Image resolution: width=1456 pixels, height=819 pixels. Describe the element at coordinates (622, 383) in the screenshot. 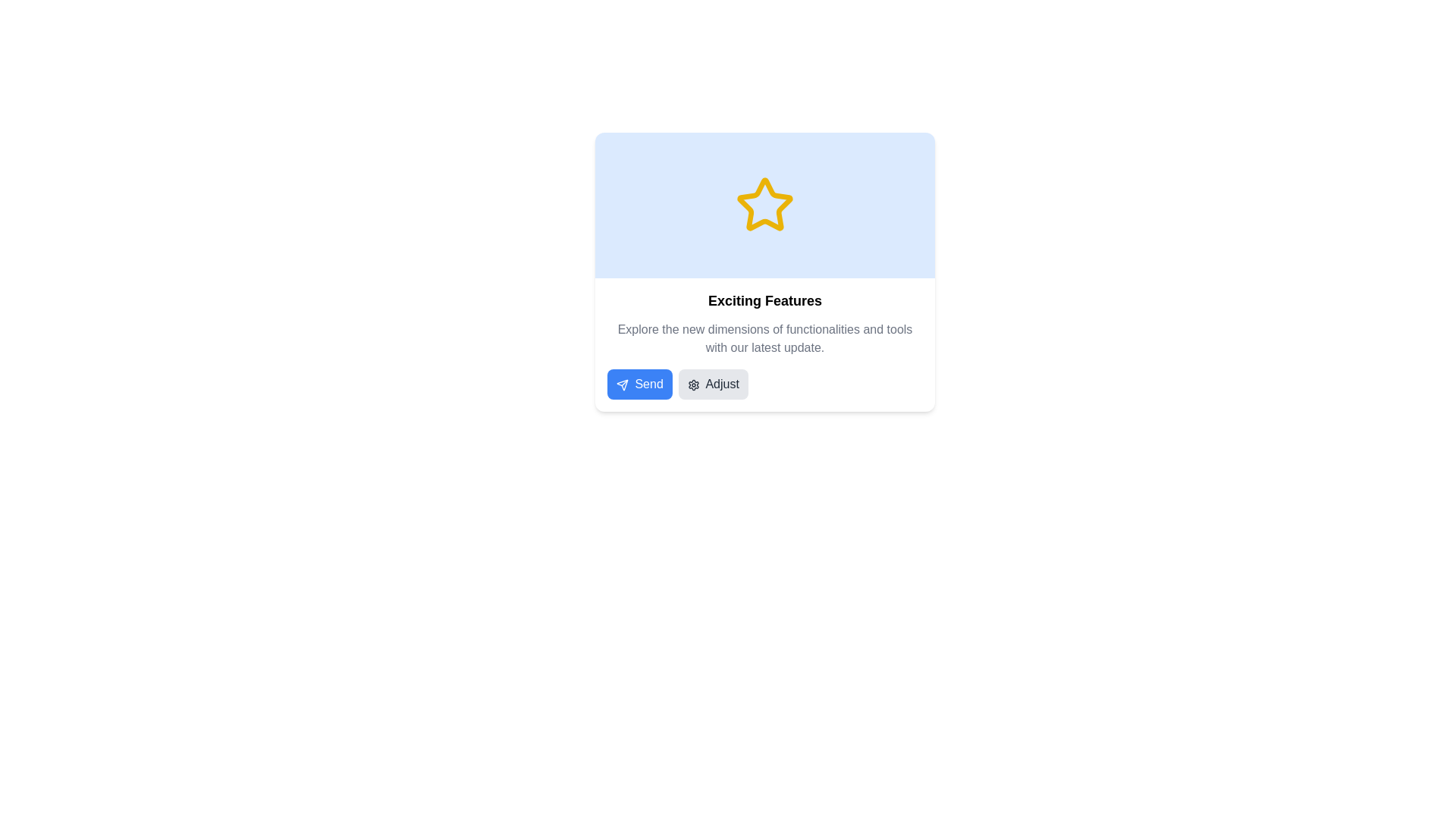

I see `the triangular-shaped paper airplane icon located within the blue 'Send' button on the card titled 'Exciting Features'` at that location.